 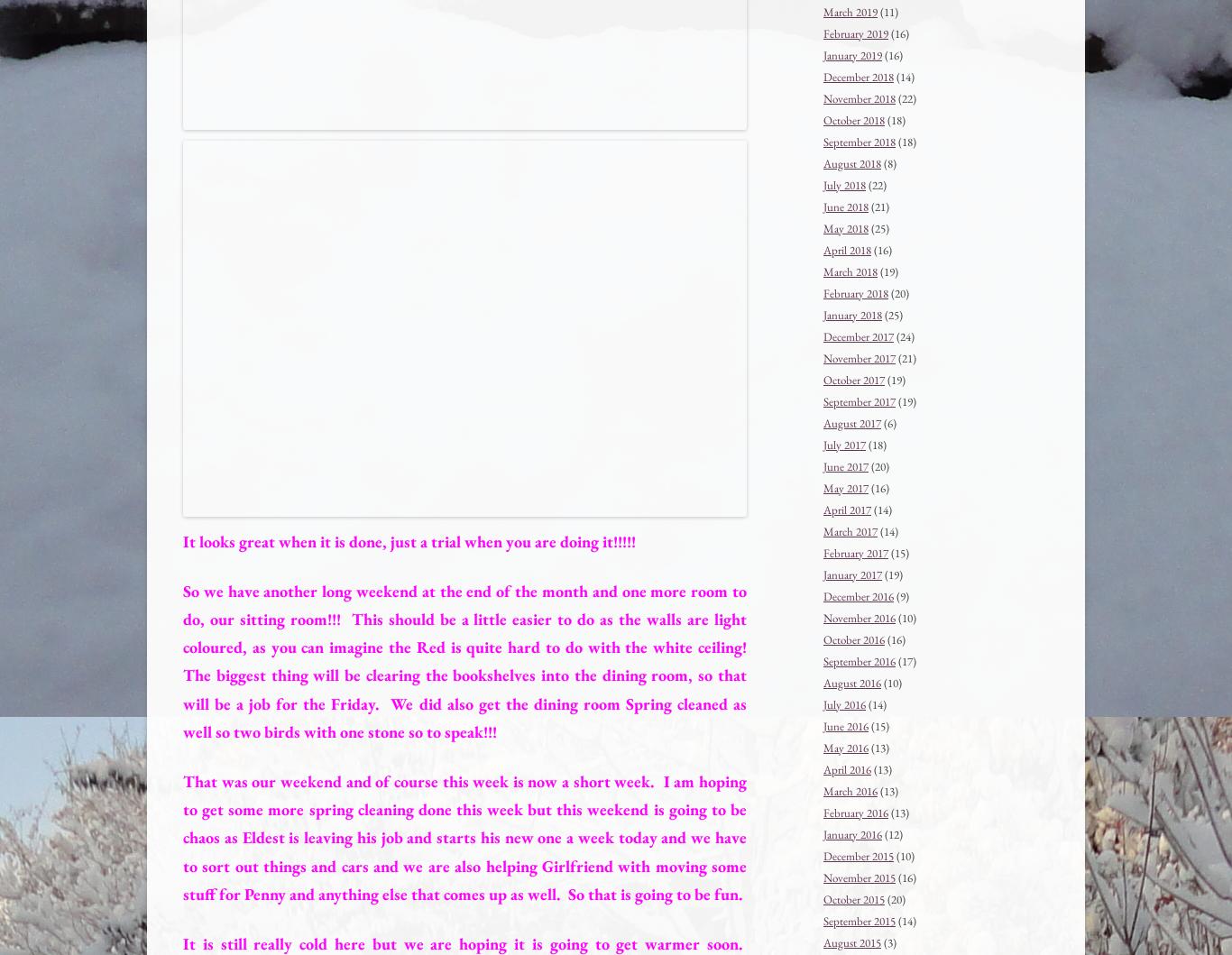 I want to click on '(11)', so click(x=878, y=11).